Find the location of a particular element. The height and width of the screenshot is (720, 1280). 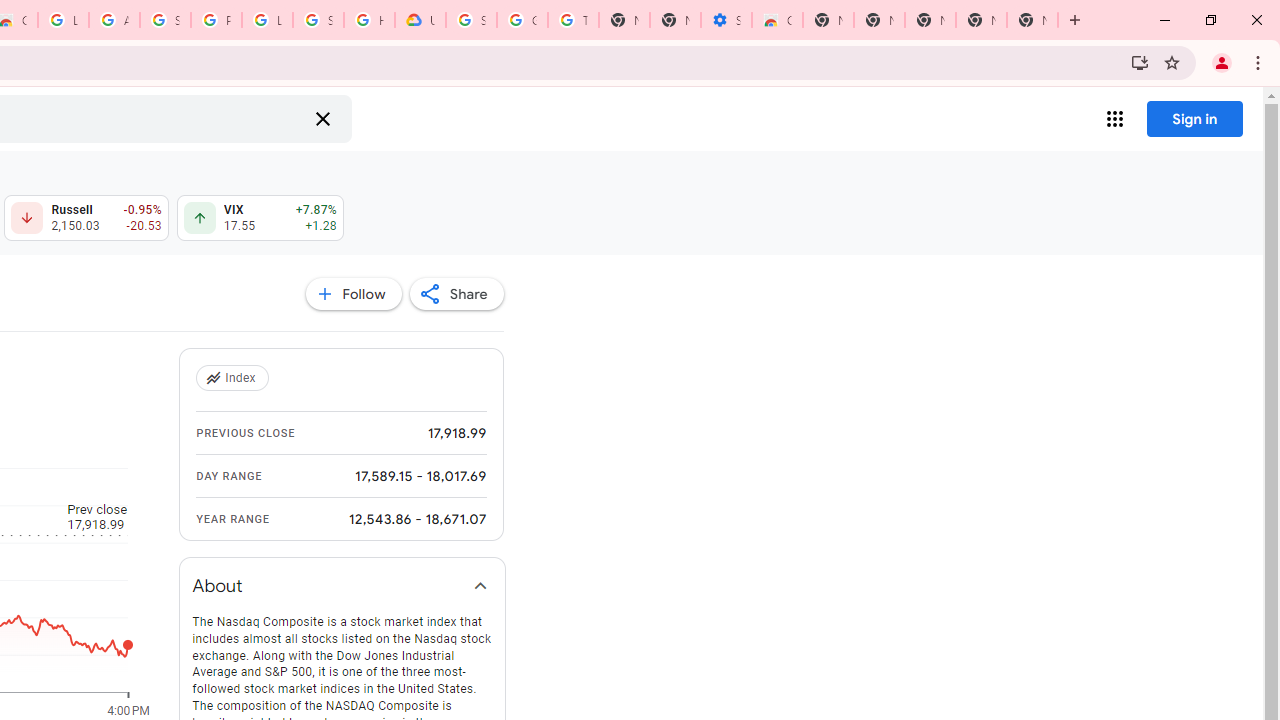

'Sign in' is located at coordinates (1194, 118).